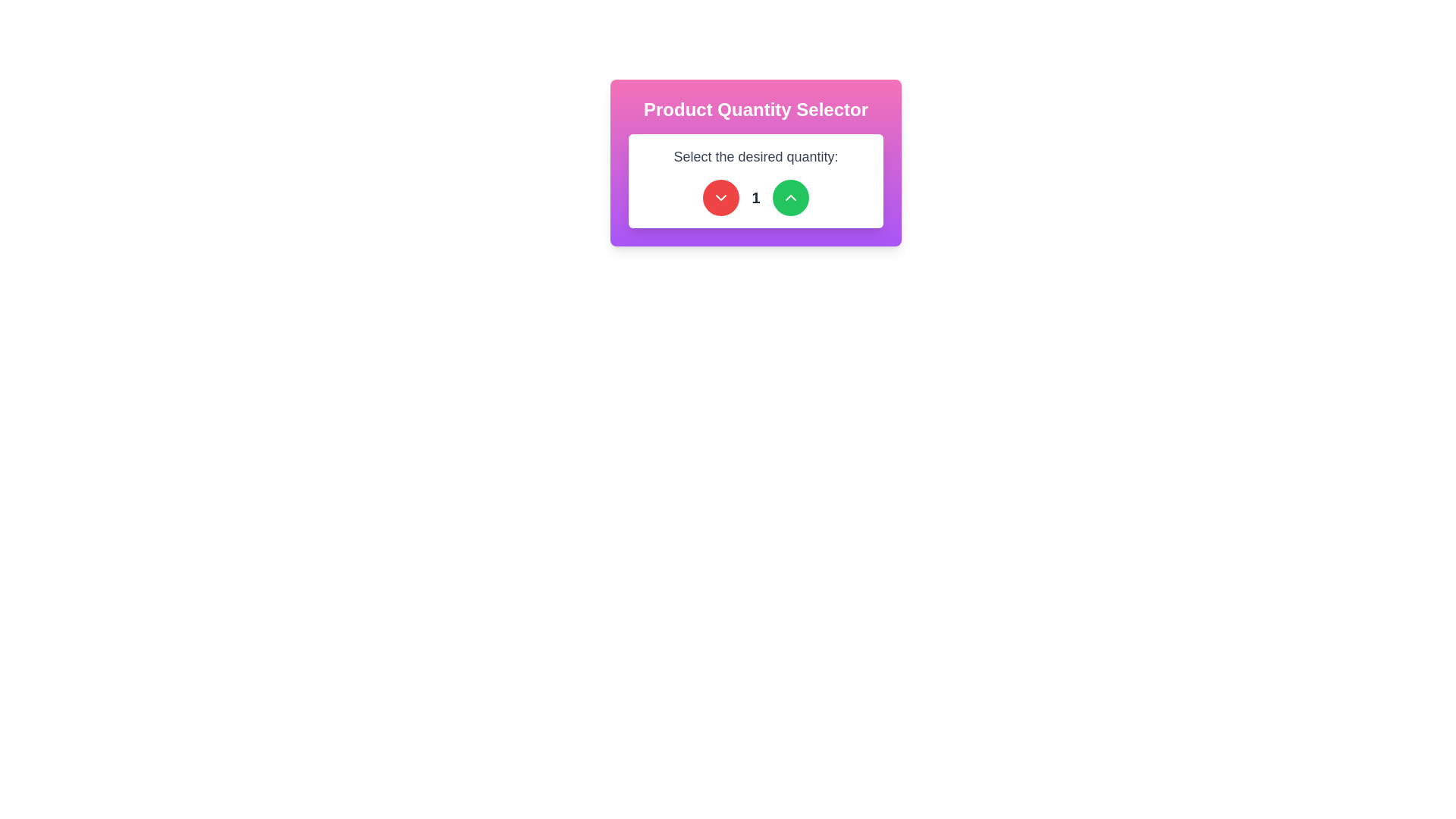 This screenshot has width=1456, height=819. What do you see at coordinates (789, 197) in the screenshot?
I see `the increment button located to the right of the text '1' in the 'Product Quantity Selector' section` at bounding box center [789, 197].